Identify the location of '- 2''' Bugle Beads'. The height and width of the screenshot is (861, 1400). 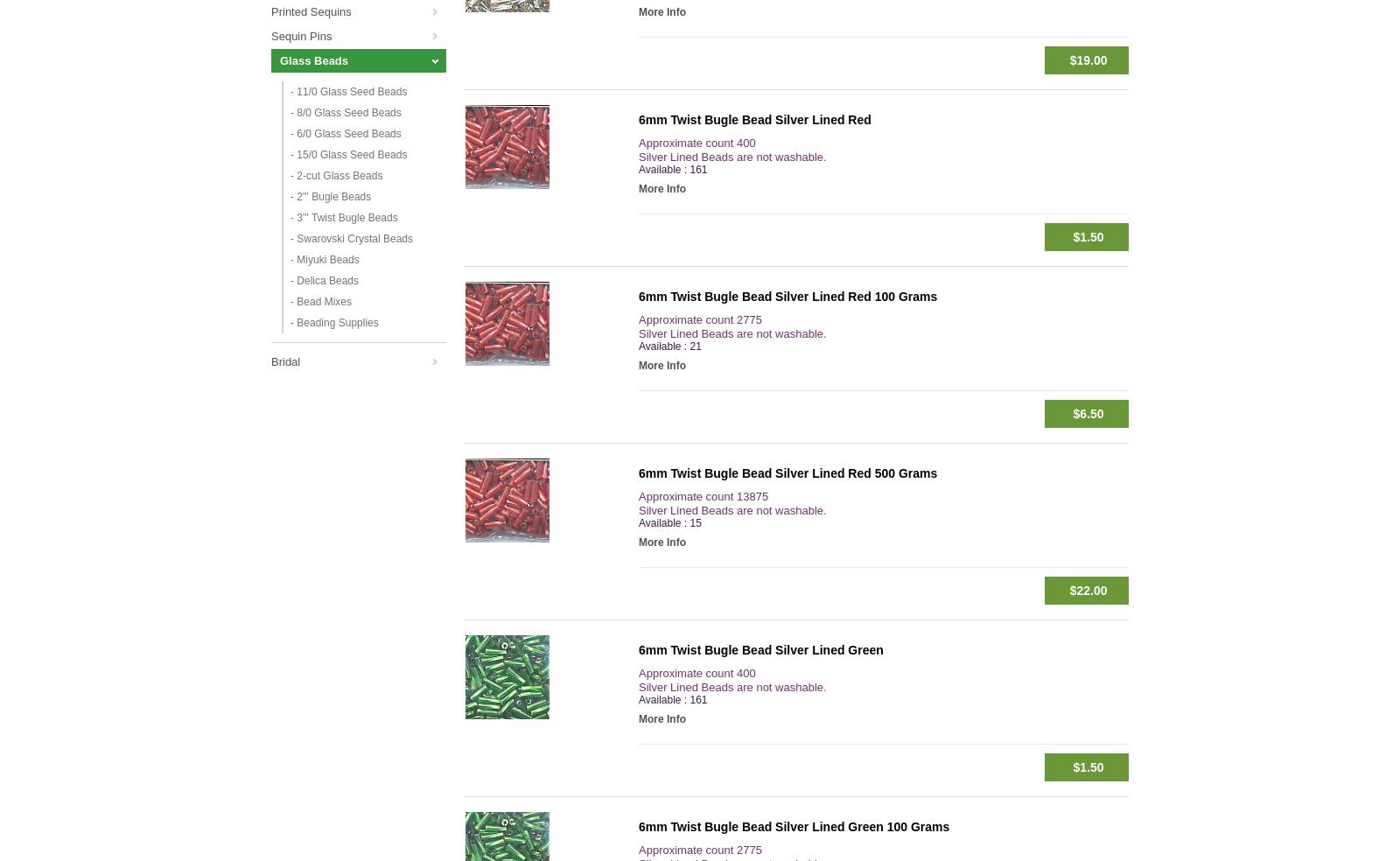
(290, 197).